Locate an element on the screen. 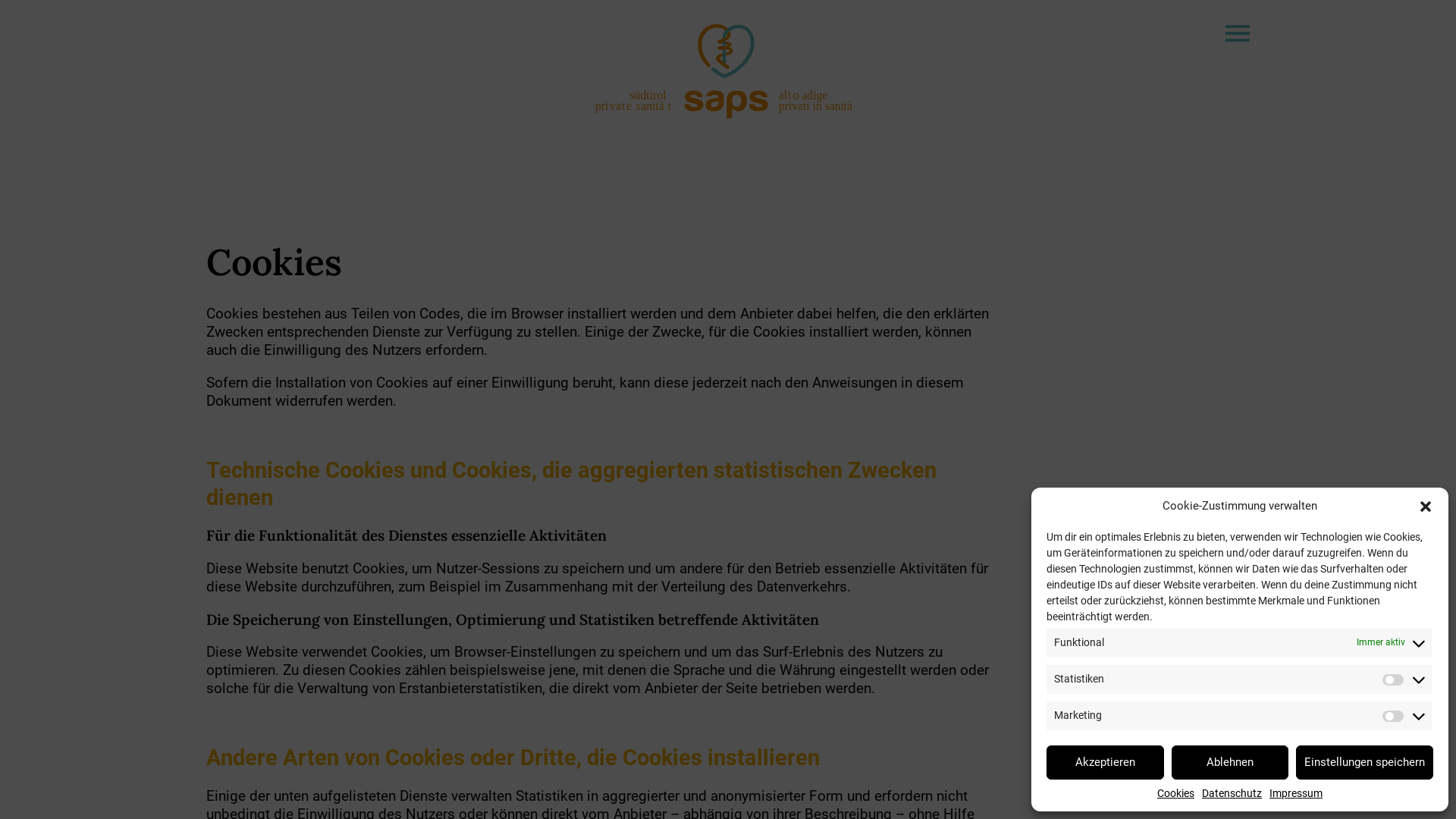  'Cookies' is located at coordinates (1175, 792).